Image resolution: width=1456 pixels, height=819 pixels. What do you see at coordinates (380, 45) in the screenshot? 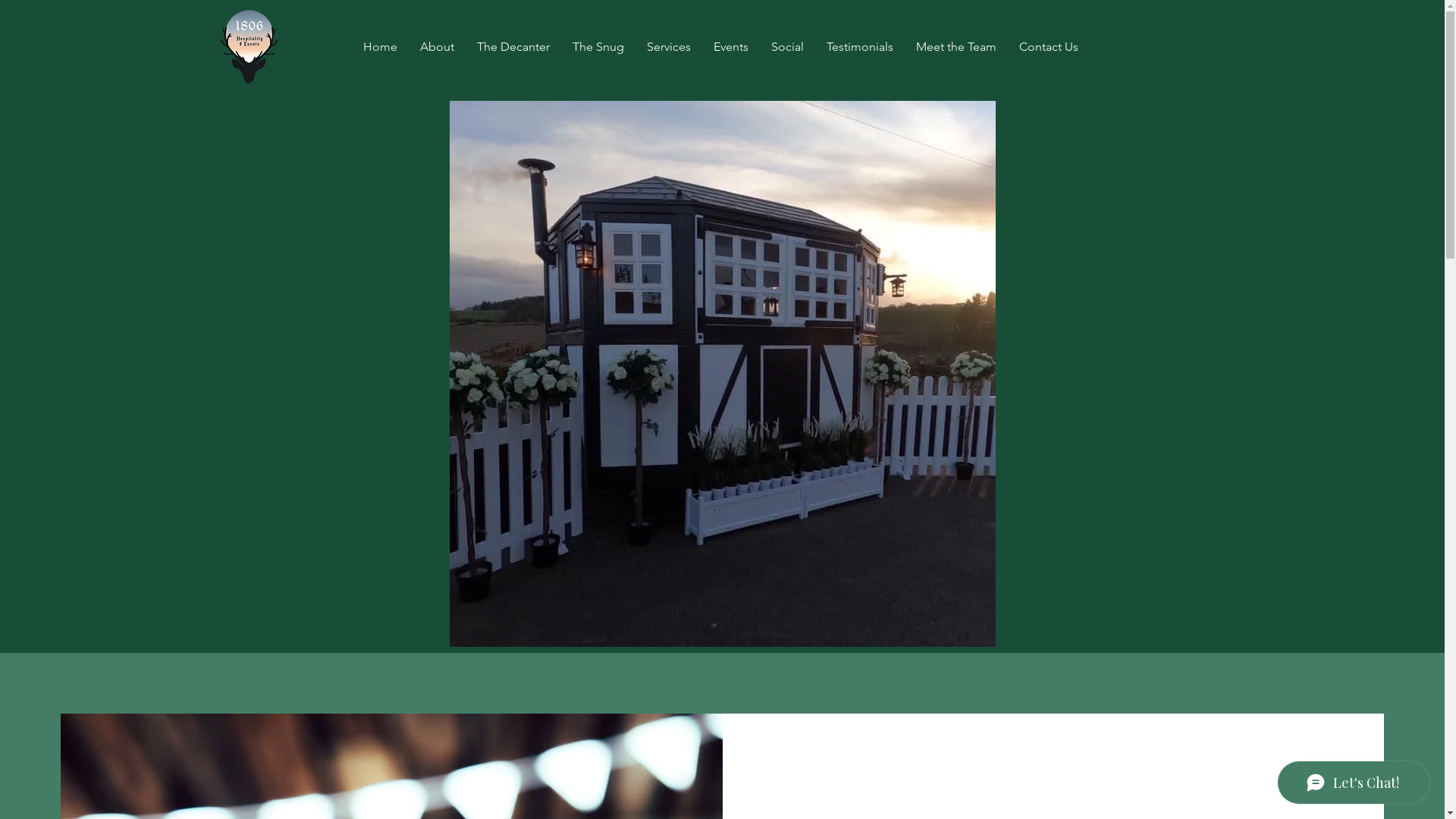
I see `'Home'` at bounding box center [380, 45].